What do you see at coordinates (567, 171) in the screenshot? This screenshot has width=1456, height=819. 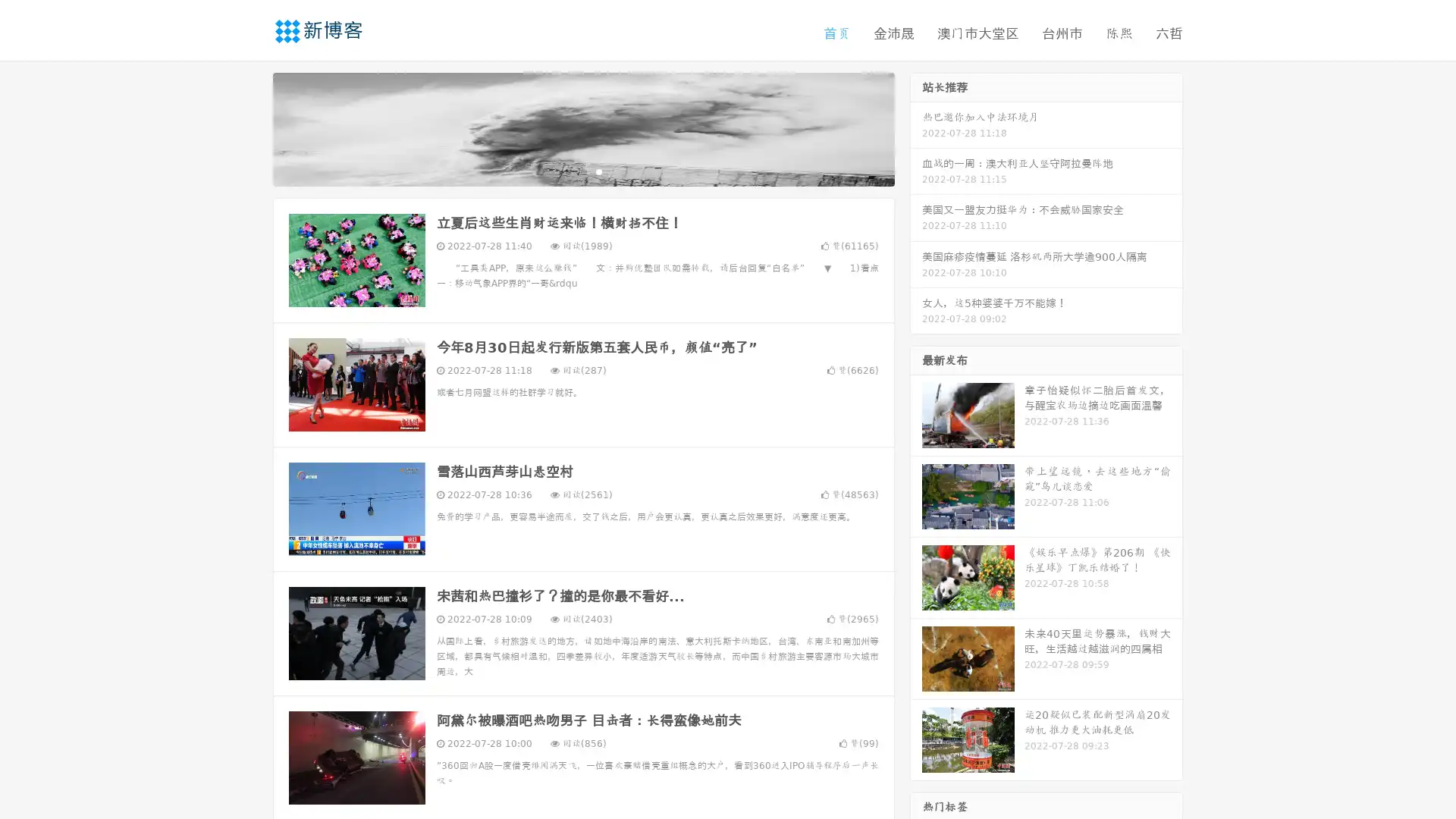 I see `Go to slide 1` at bounding box center [567, 171].